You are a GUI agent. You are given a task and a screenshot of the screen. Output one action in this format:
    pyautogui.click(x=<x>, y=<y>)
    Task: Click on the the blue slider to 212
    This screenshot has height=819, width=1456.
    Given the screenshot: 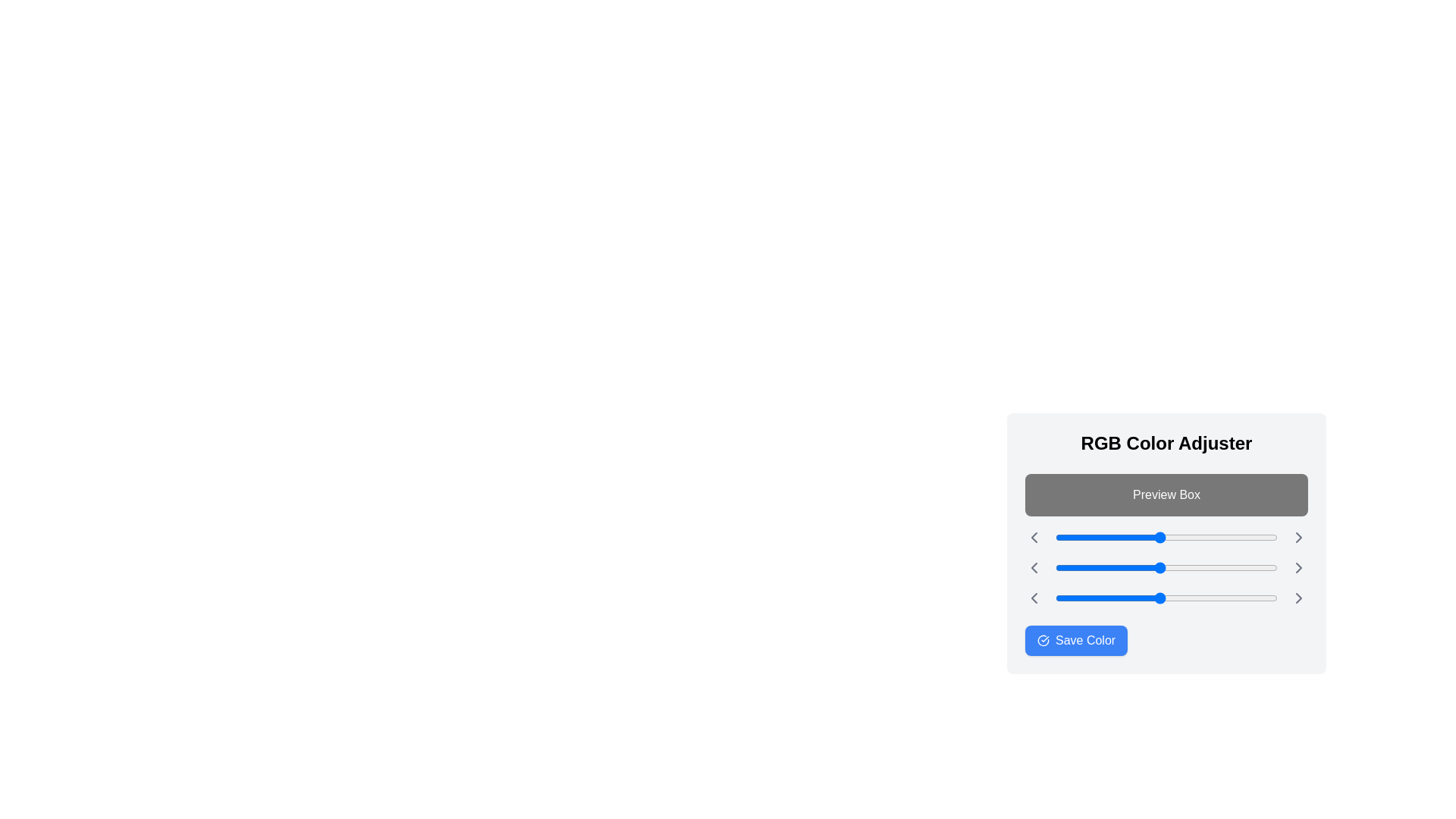 What is the action you would take?
    pyautogui.click(x=1240, y=598)
    